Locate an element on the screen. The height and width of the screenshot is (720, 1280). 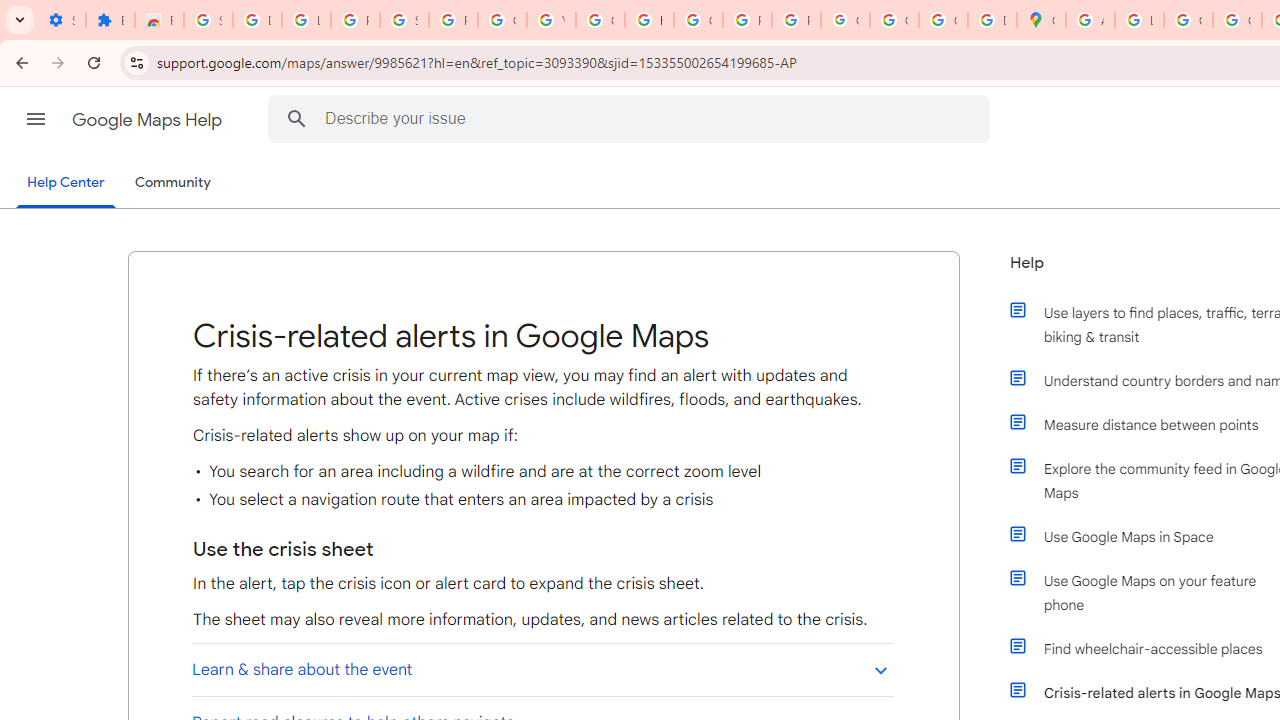
'Sign in - Google Accounts' is located at coordinates (208, 20).